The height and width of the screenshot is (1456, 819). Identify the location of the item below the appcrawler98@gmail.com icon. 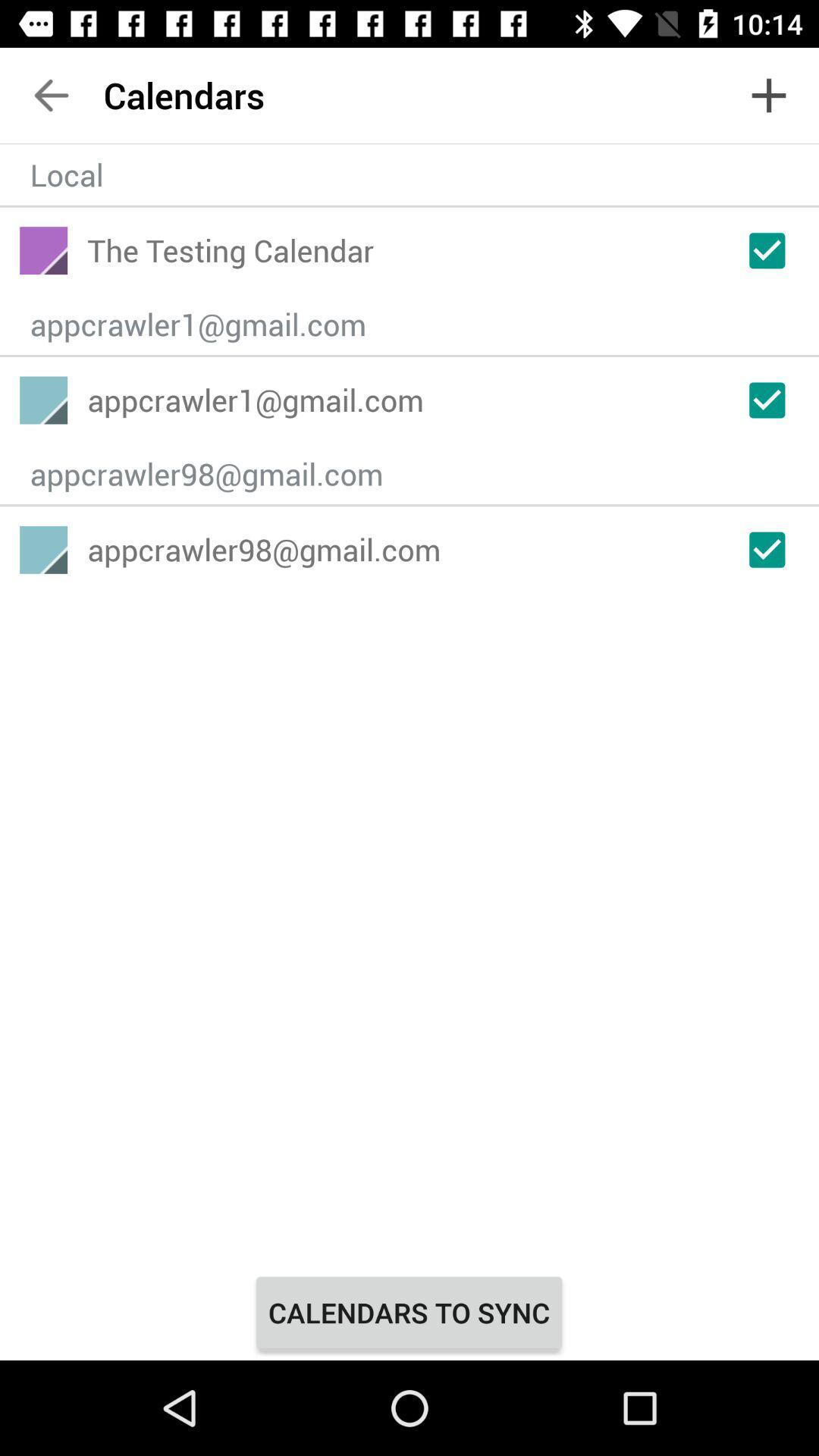
(408, 1312).